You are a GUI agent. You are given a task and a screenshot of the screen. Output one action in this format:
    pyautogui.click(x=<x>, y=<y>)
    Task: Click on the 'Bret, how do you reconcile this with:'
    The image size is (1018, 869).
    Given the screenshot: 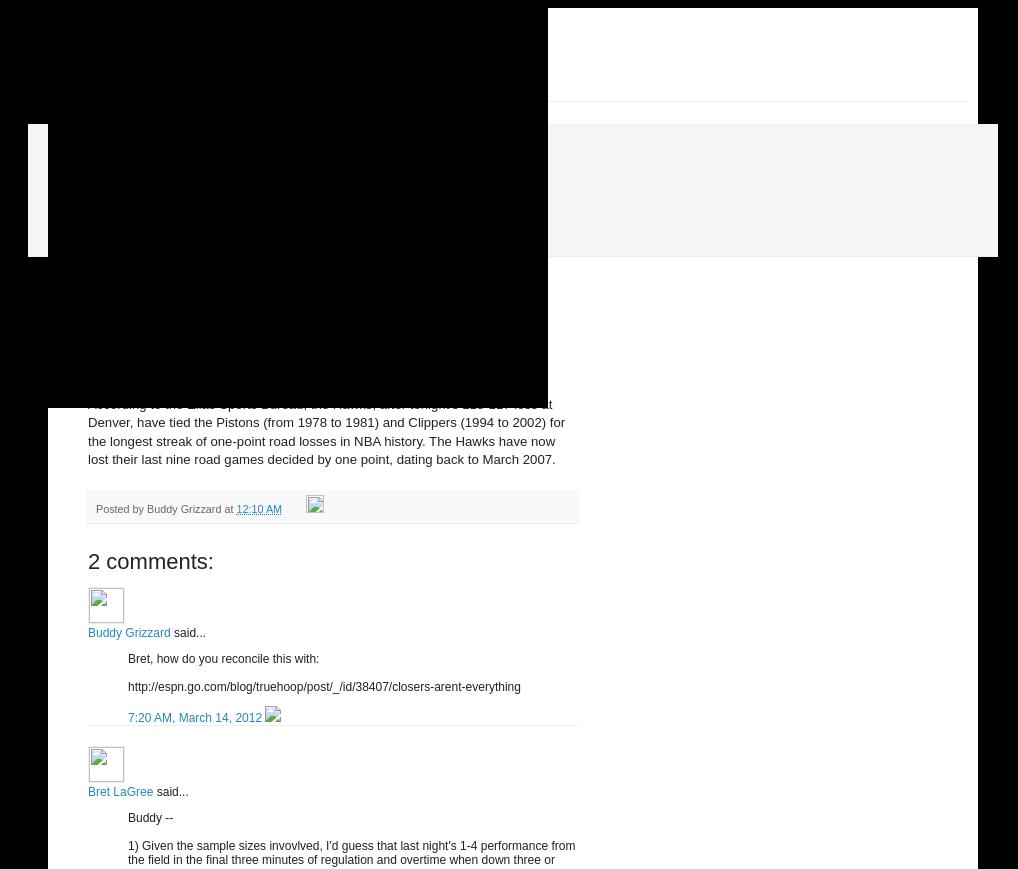 What is the action you would take?
    pyautogui.click(x=126, y=658)
    